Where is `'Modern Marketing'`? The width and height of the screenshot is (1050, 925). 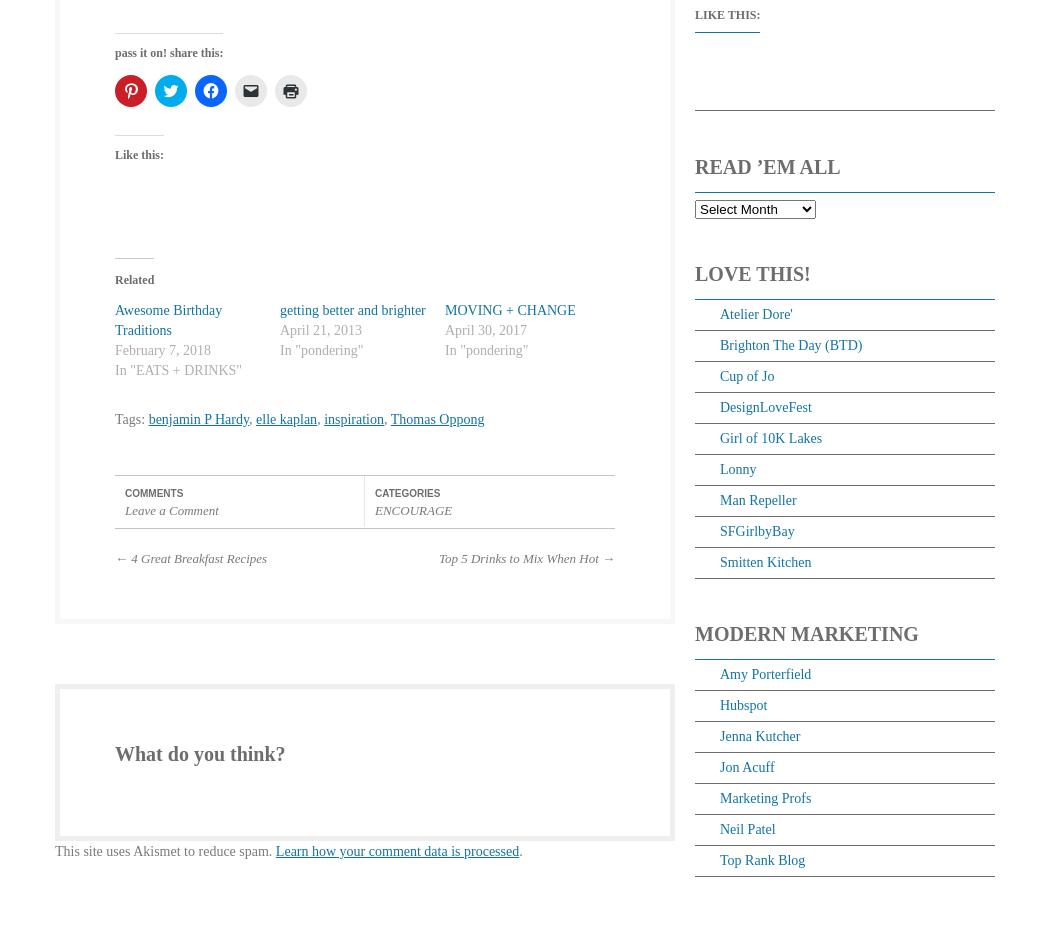
'Modern Marketing' is located at coordinates (805, 633).